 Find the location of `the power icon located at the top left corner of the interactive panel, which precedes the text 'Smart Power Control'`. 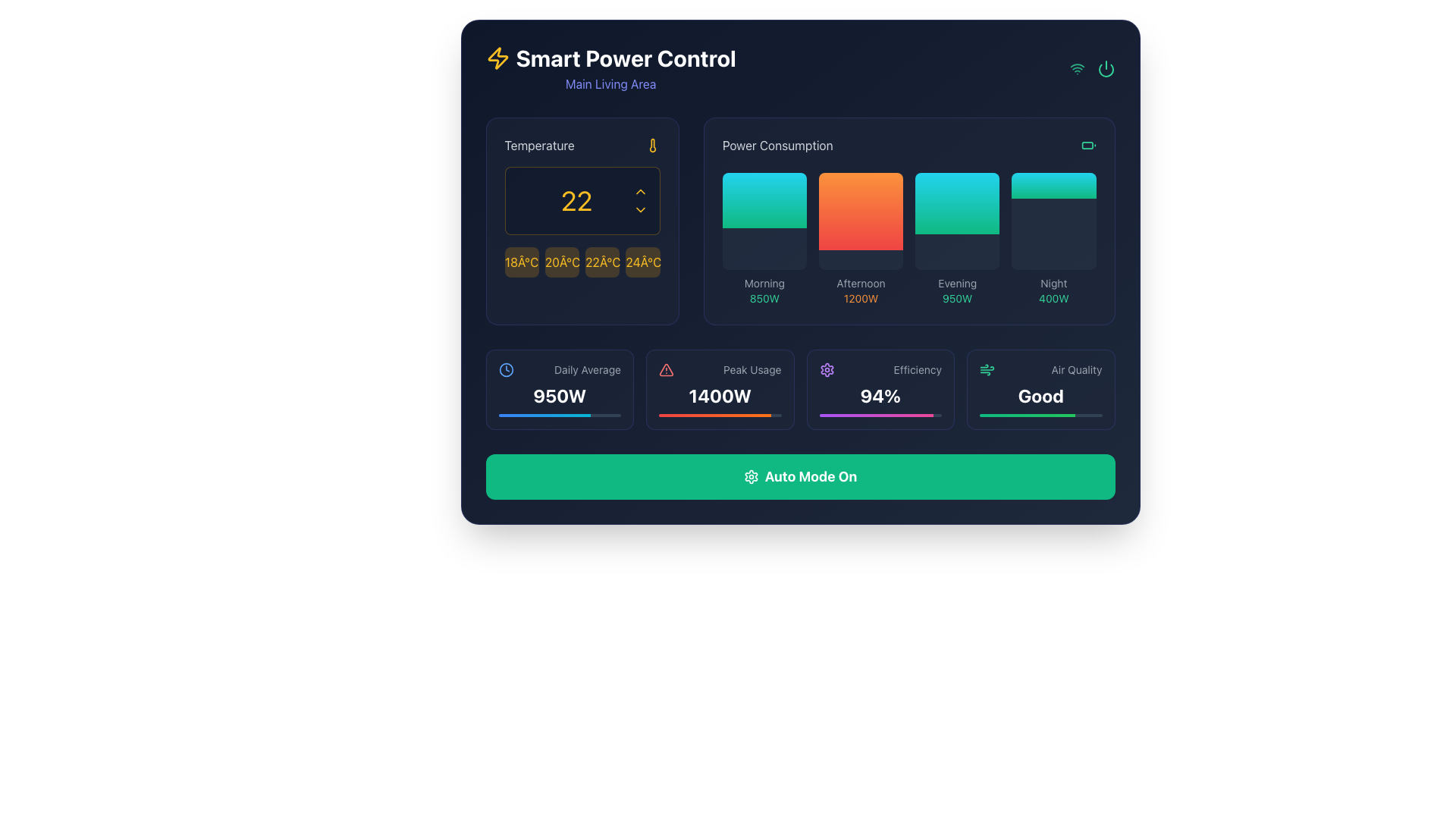

the power icon located at the top left corner of the interactive panel, which precedes the text 'Smart Power Control' is located at coordinates (497, 58).